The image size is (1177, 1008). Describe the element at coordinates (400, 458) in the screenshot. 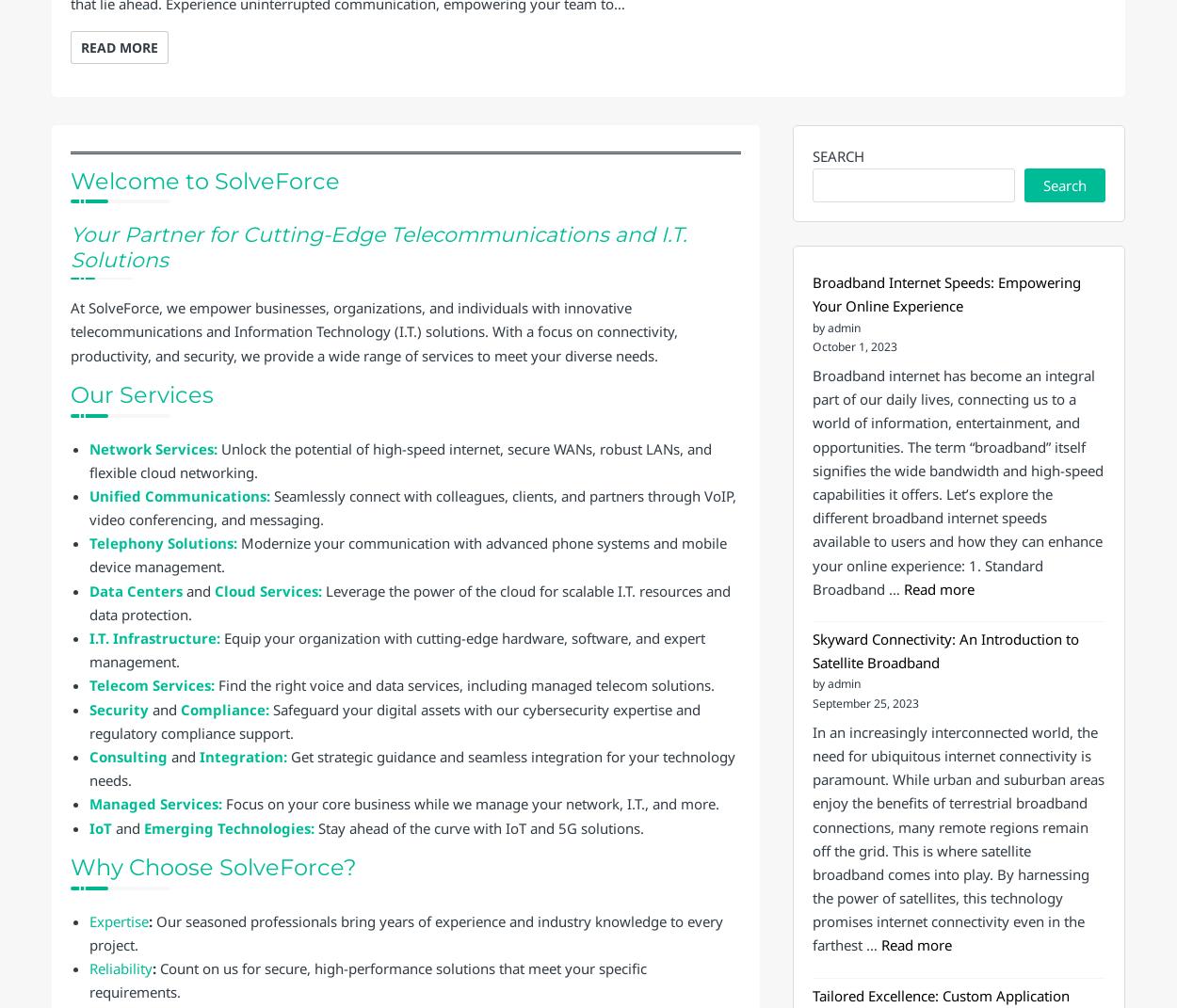

I see `'Unlock the potential of high-speed internet, secure WANs, robust LANs, and flexible cloud networking.'` at that location.